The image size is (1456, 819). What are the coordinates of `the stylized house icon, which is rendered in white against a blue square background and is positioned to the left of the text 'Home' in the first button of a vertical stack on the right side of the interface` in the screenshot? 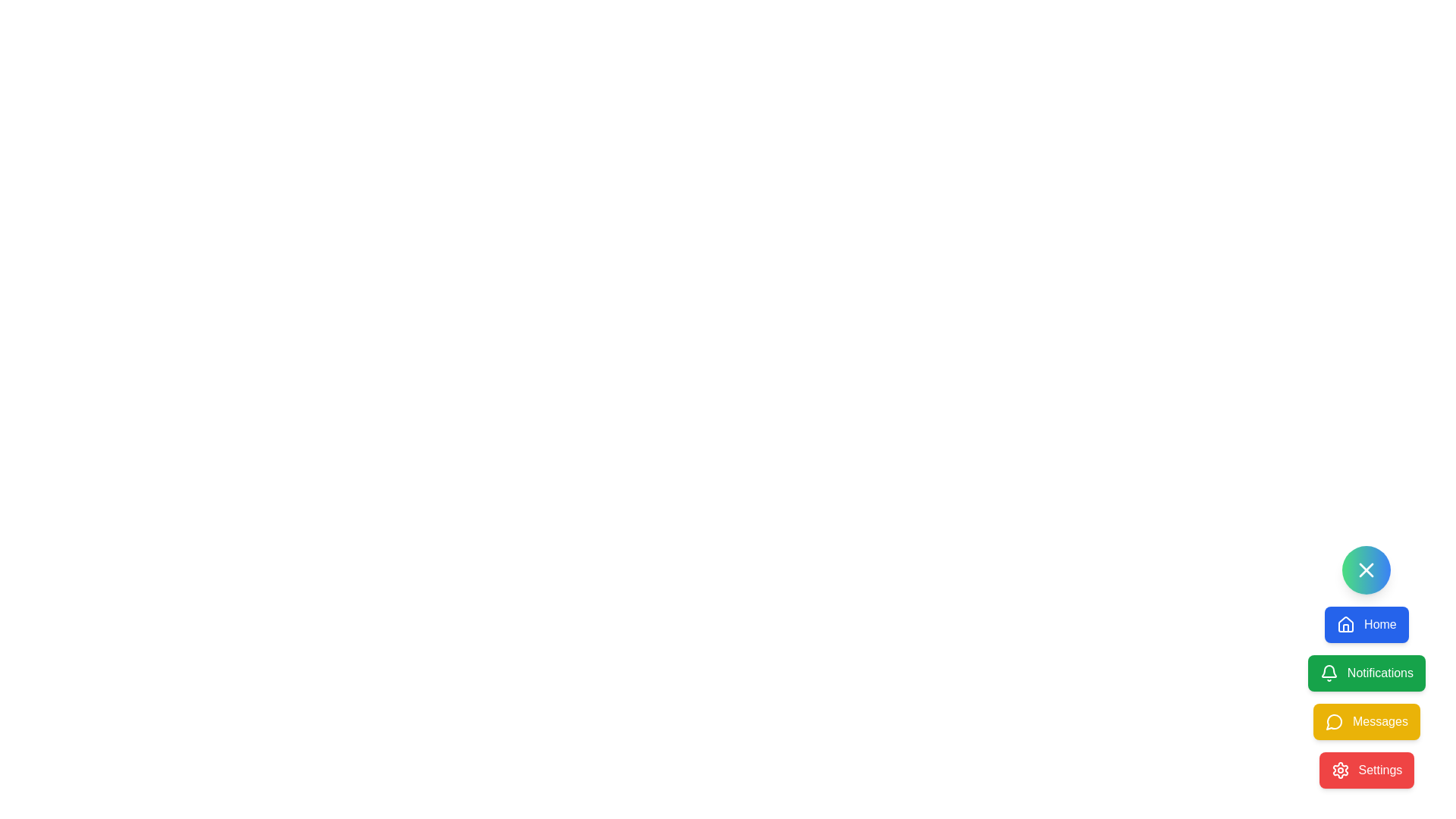 It's located at (1346, 625).